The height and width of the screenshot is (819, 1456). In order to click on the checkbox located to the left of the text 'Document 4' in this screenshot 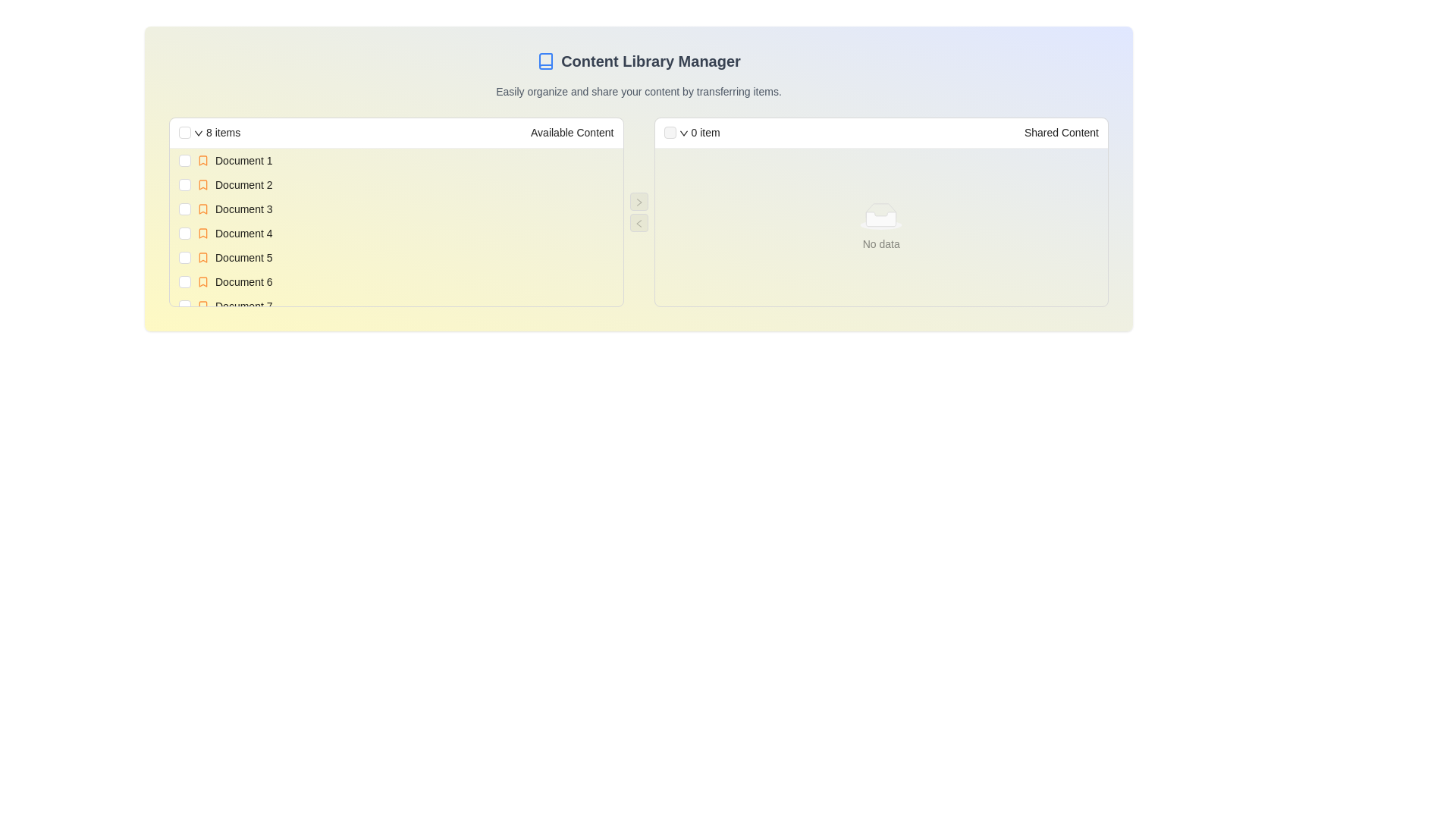, I will do `click(184, 234)`.